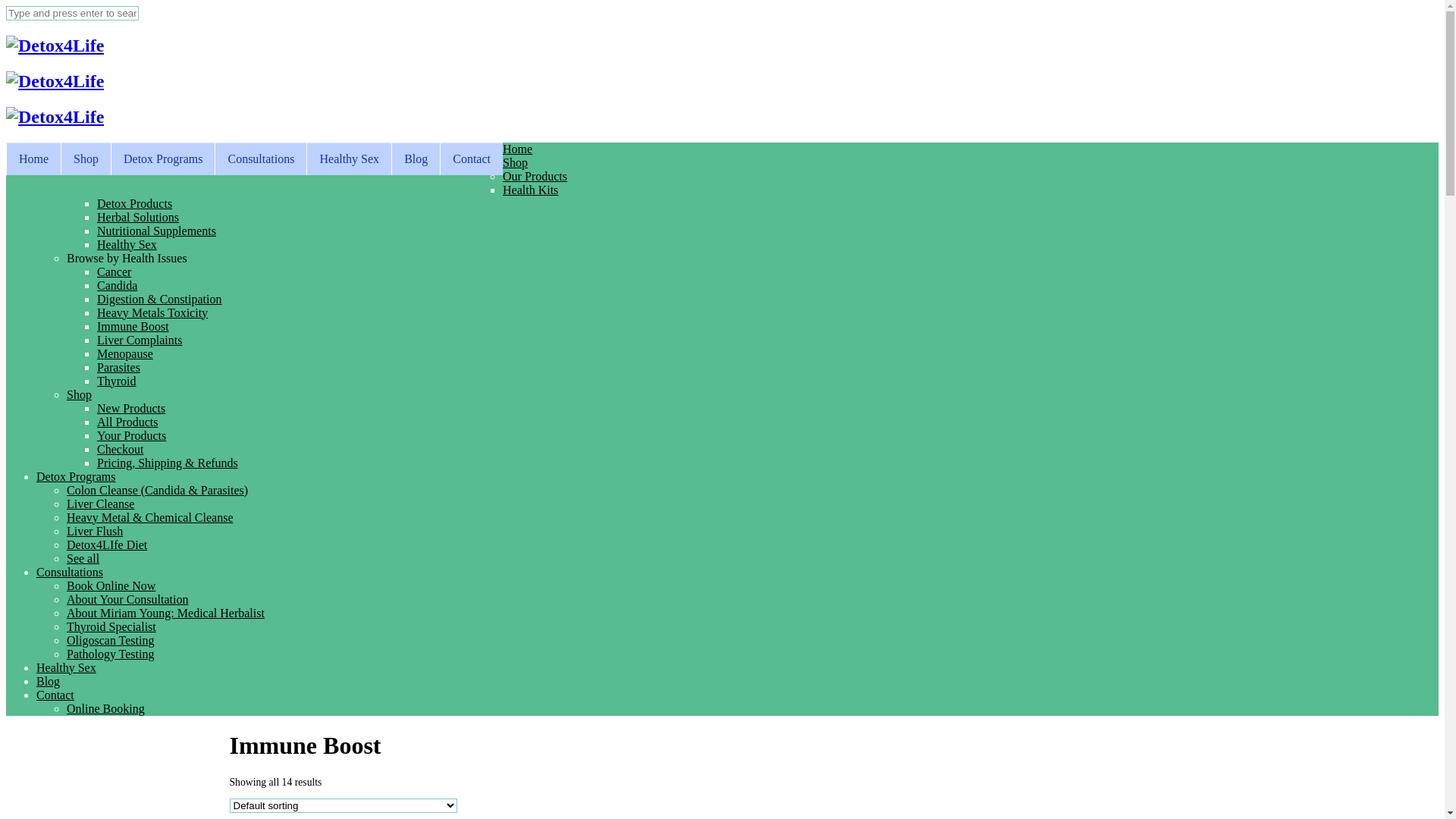 This screenshot has width=1456, height=819. What do you see at coordinates (109, 653) in the screenshot?
I see `'Pathology Testing'` at bounding box center [109, 653].